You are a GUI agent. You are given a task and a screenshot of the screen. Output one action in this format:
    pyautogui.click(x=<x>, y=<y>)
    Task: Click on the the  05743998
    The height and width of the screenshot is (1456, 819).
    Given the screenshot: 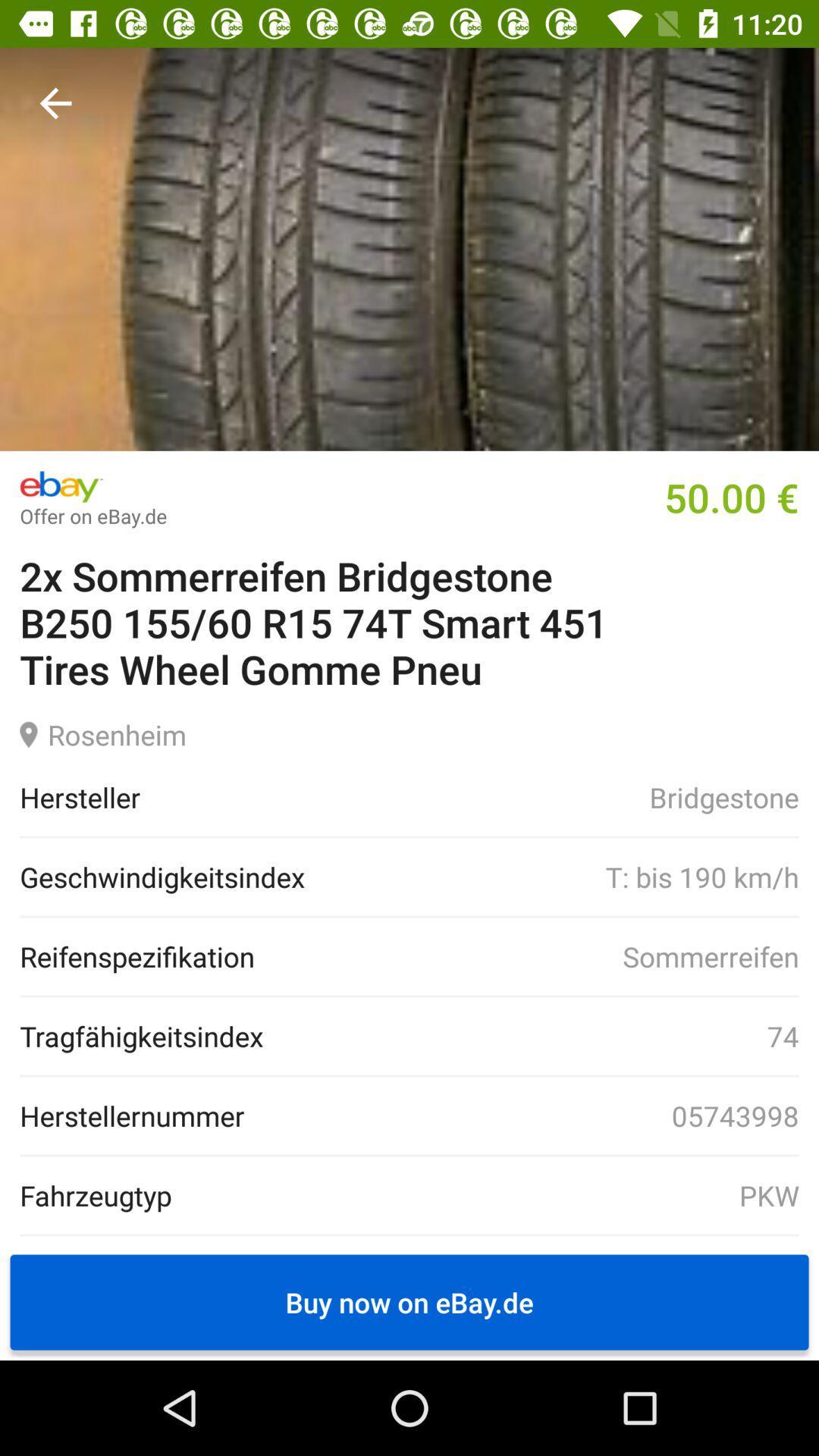 What is the action you would take?
    pyautogui.click(x=521, y=1116)
    